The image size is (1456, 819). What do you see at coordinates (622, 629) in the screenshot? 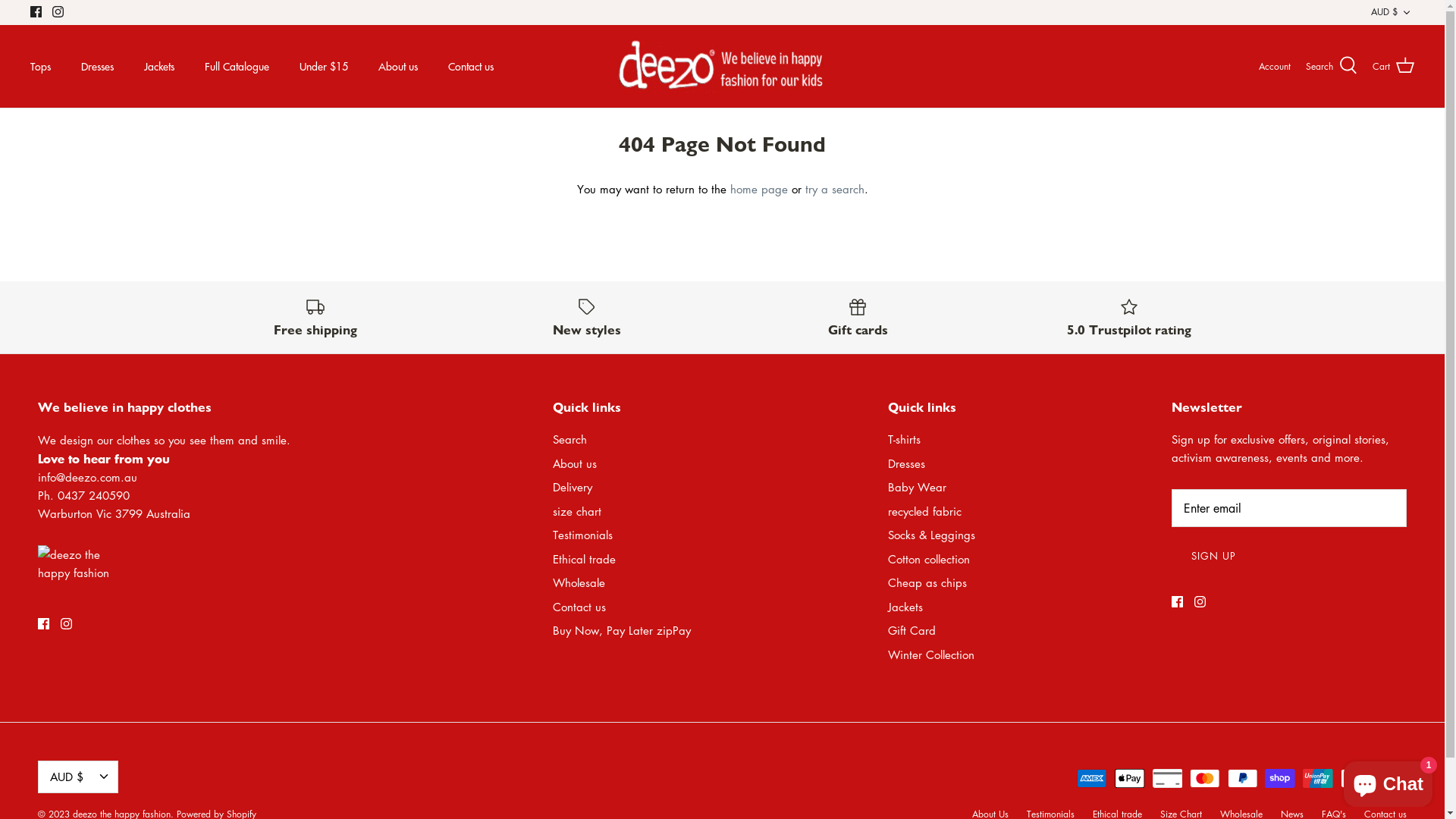
I see `'Buy Now, Pay Later zipPay'` at bounding box center [622, 629].